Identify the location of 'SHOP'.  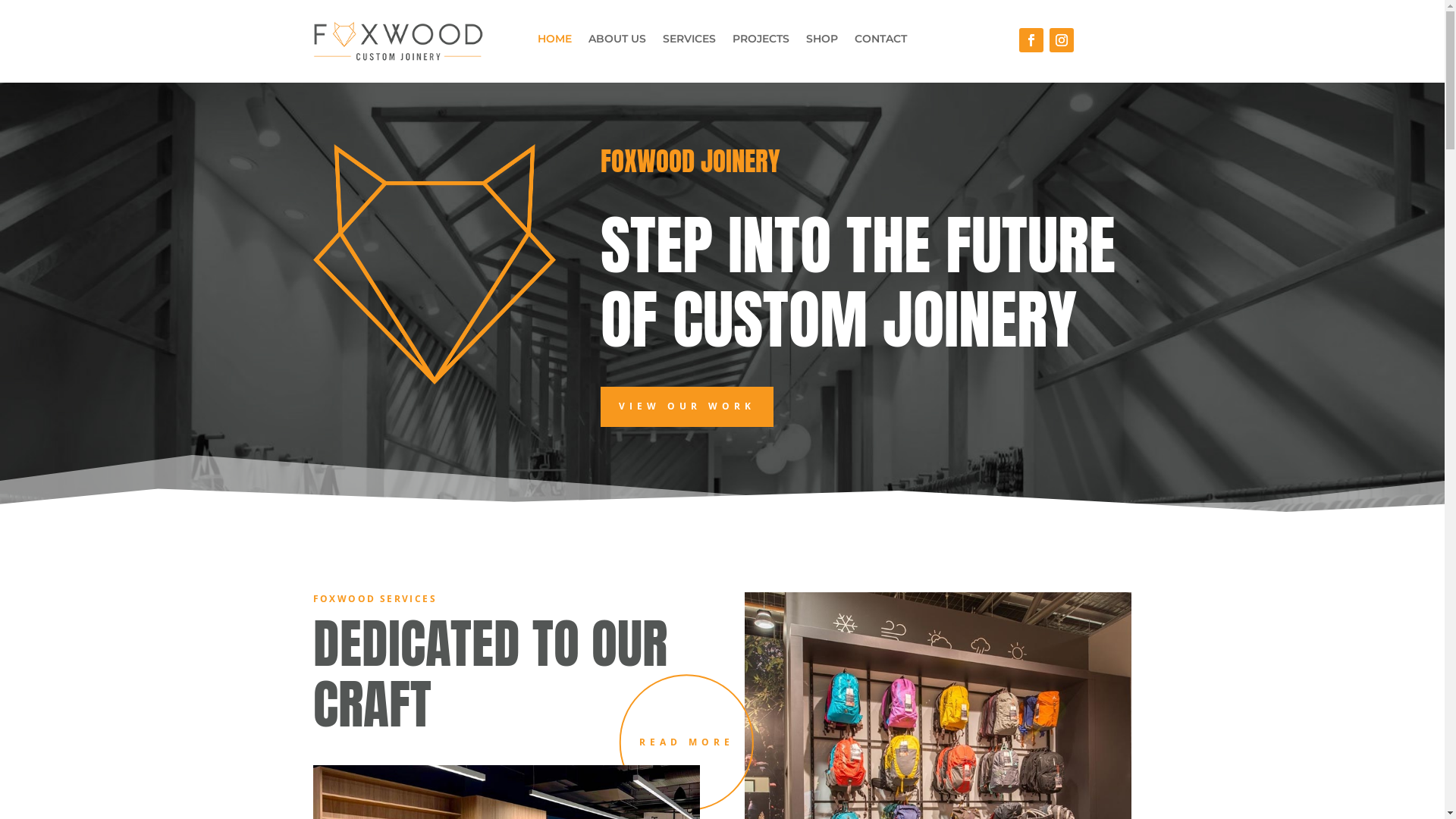
(821, 40).